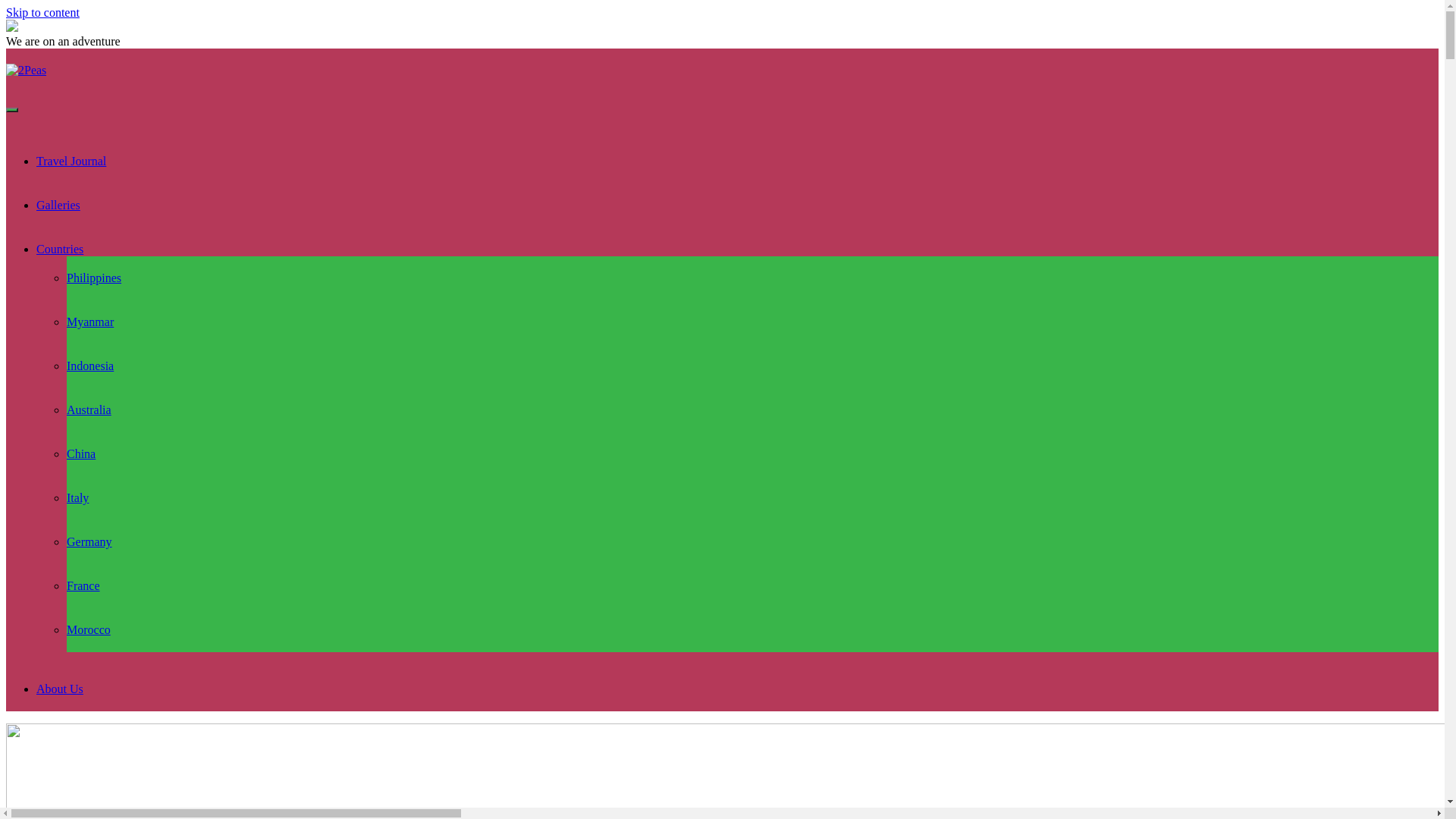  What do you see at coordinates (26, 70) in the screenshot?
I see `'2Peas'` at bounding box center [26, 70].